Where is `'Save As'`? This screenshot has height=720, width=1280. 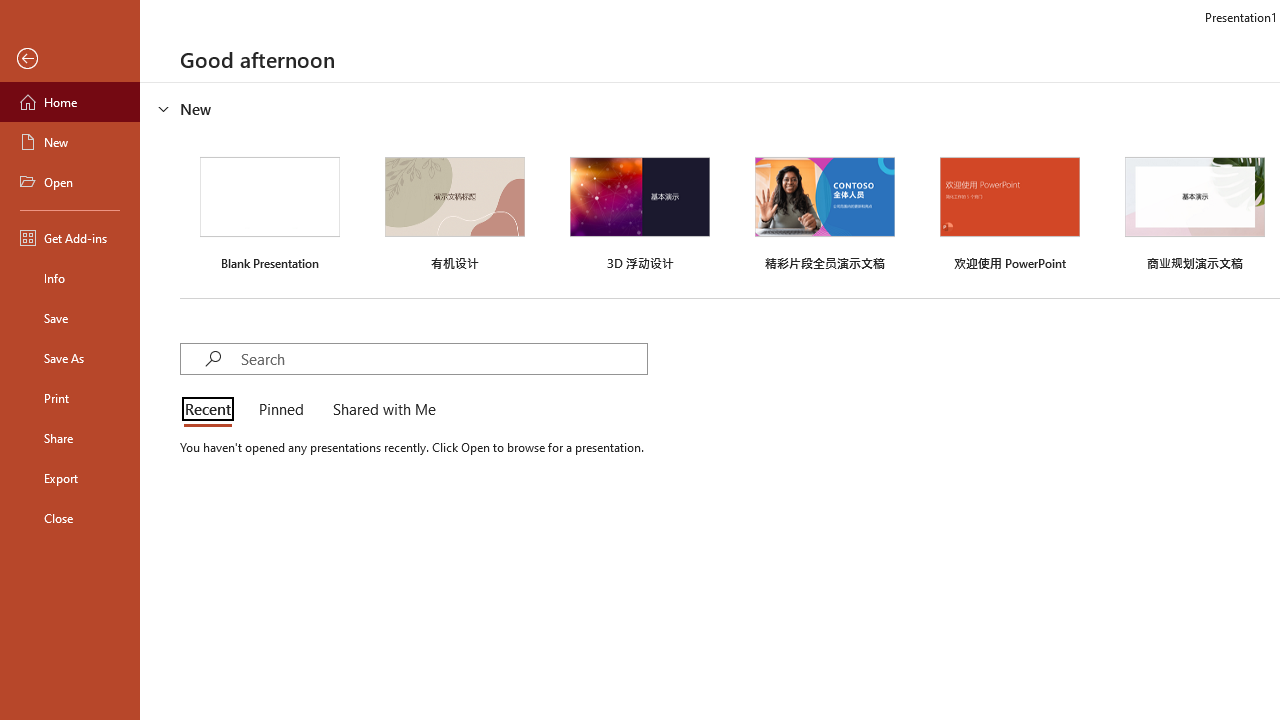
'Save As' is located at coordinates (69, 356).